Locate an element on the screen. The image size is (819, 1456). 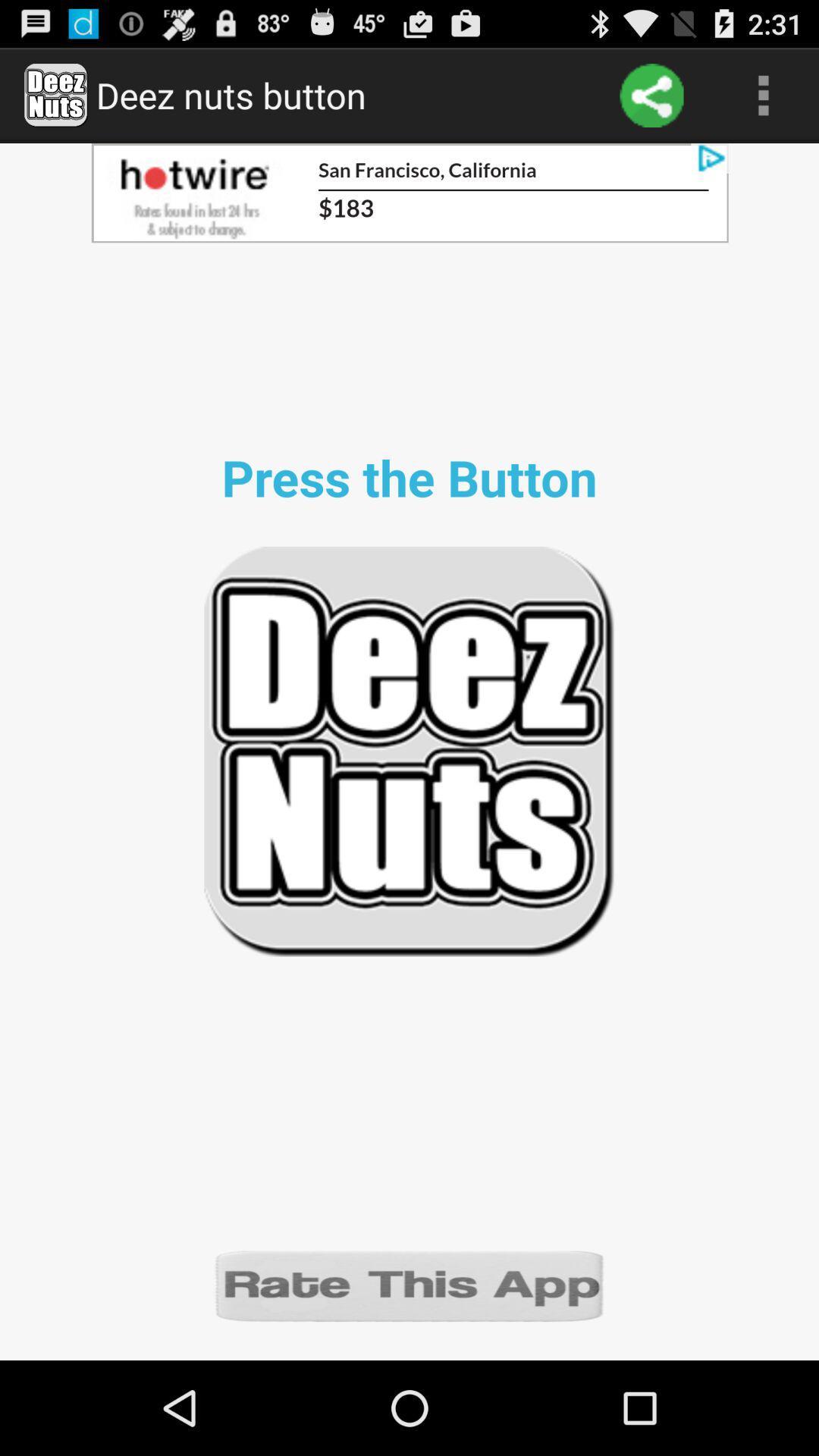
advertising pop up banner is located at coordinates (409, 192).